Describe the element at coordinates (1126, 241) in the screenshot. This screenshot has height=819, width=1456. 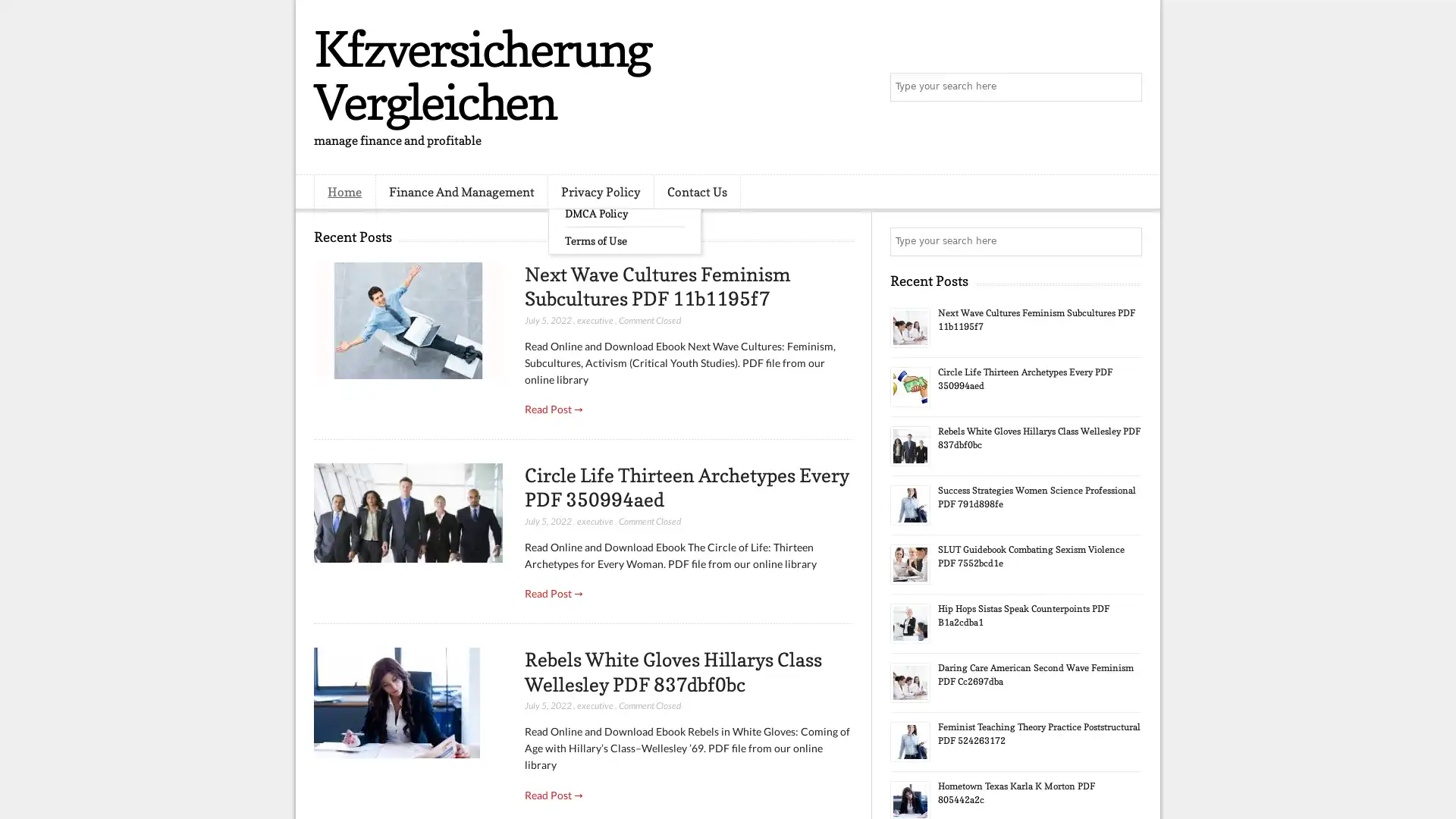
I see `Search` at that location.